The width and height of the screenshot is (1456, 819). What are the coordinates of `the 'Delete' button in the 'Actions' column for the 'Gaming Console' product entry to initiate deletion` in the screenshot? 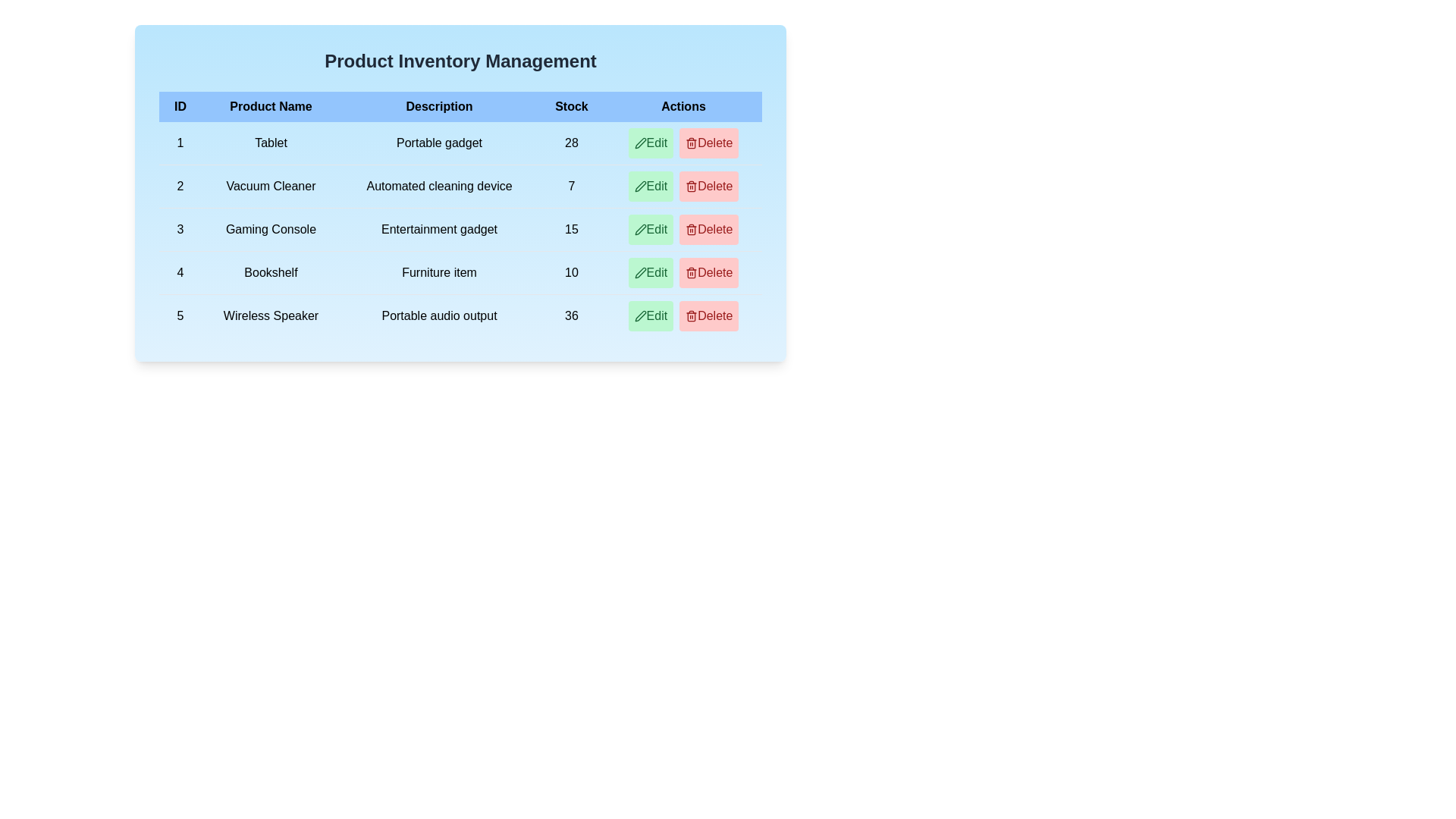 It's located at (682, 230).